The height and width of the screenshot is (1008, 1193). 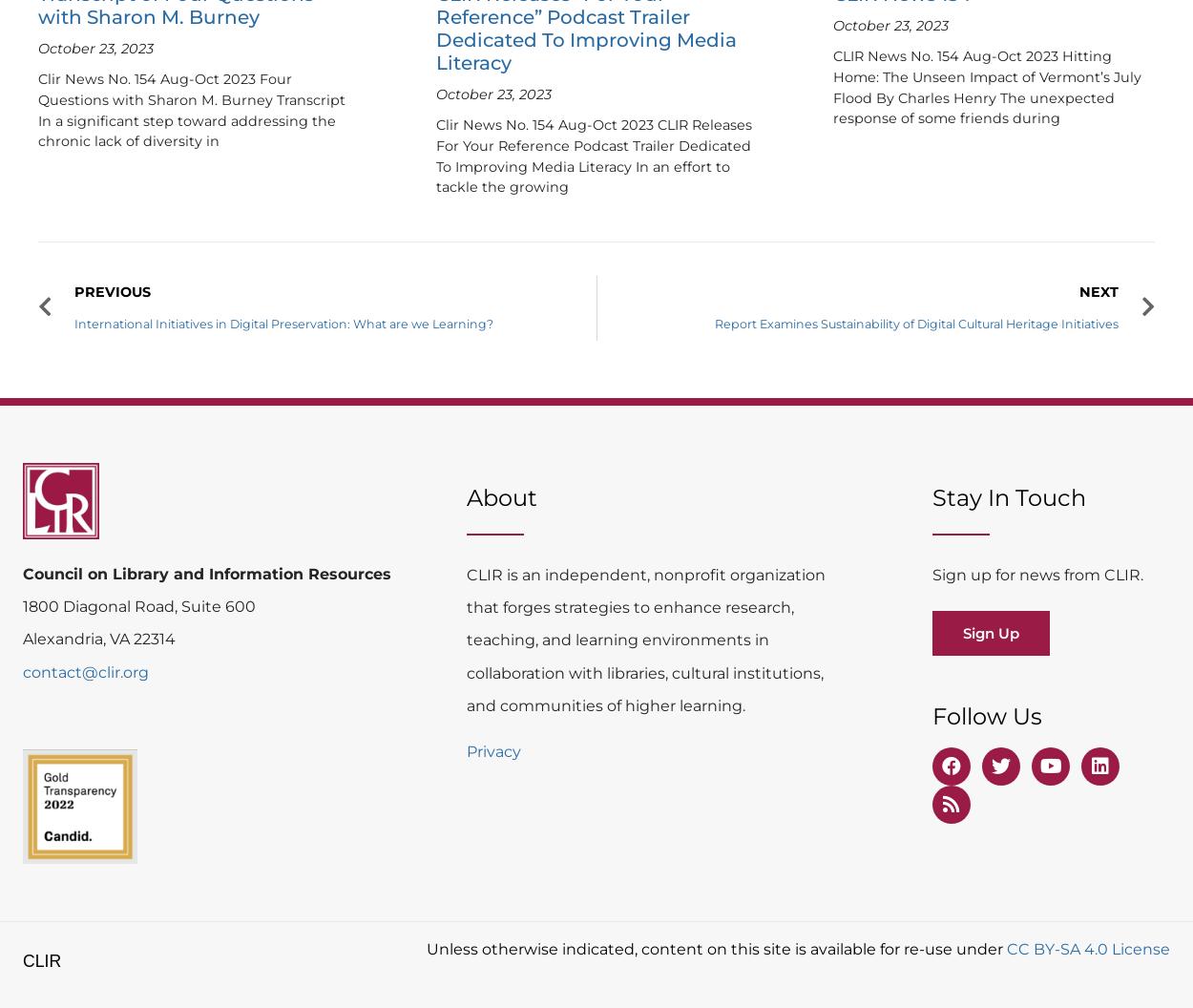 I want to click on 'Alexandria, VA 22314', so click(x=98, y=639).